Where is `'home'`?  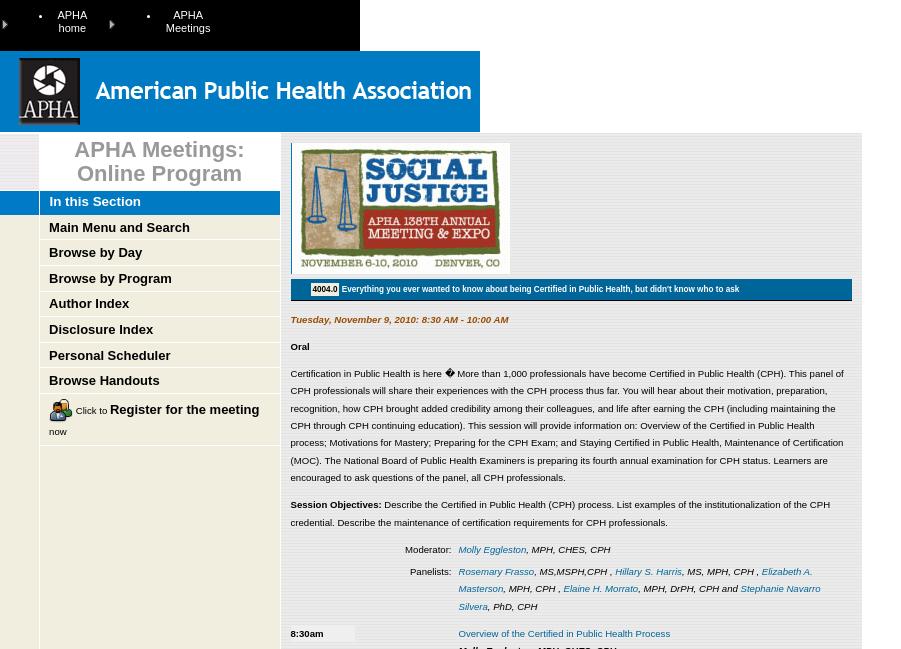 'home' is located at coordinates (57, 25).